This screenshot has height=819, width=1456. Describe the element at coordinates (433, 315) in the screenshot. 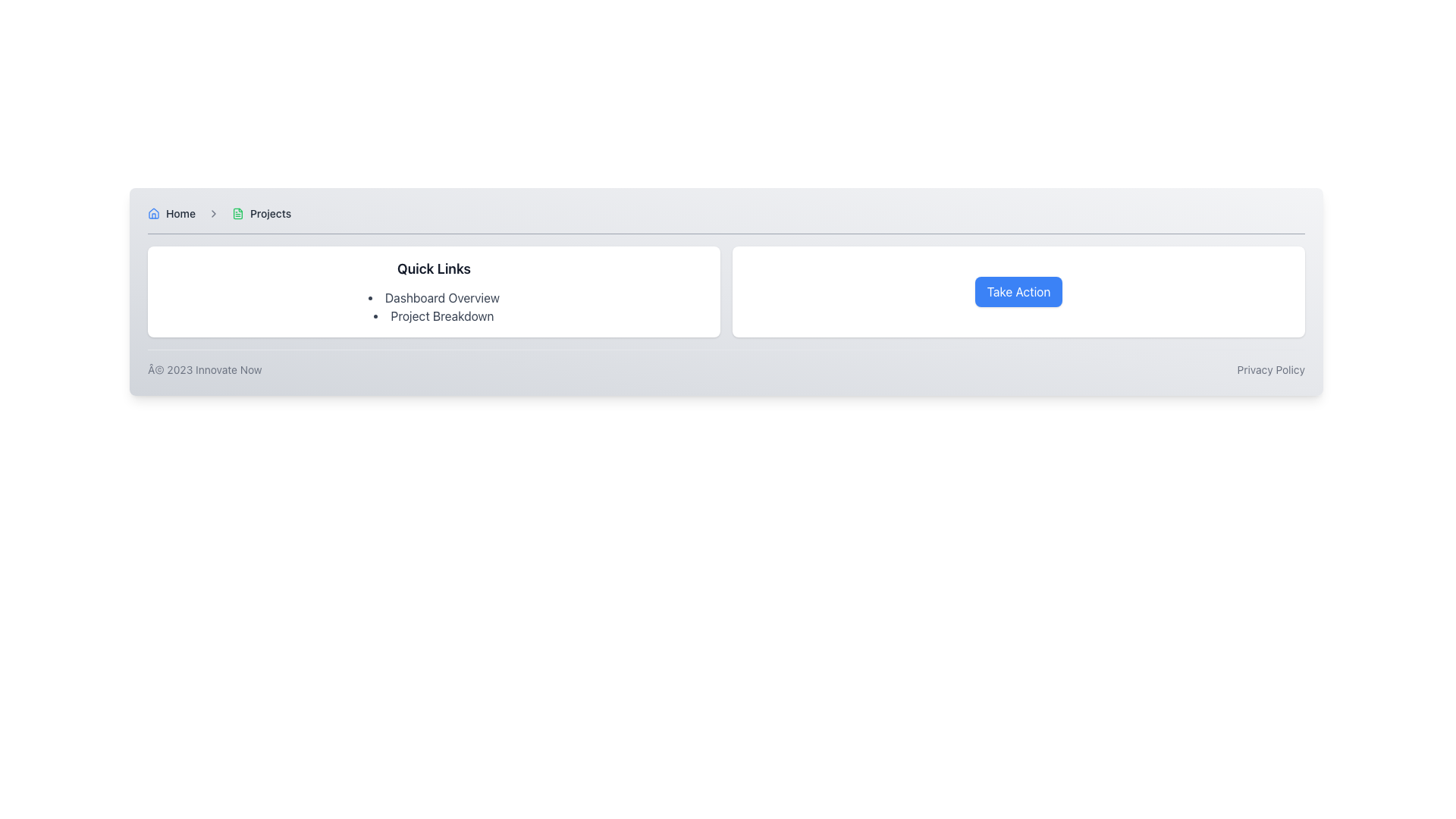

I see `the textual link labeled 'Project Breakdown' located beneath 'Dashboard Overview' in the 'Quick Links' section` at that location.